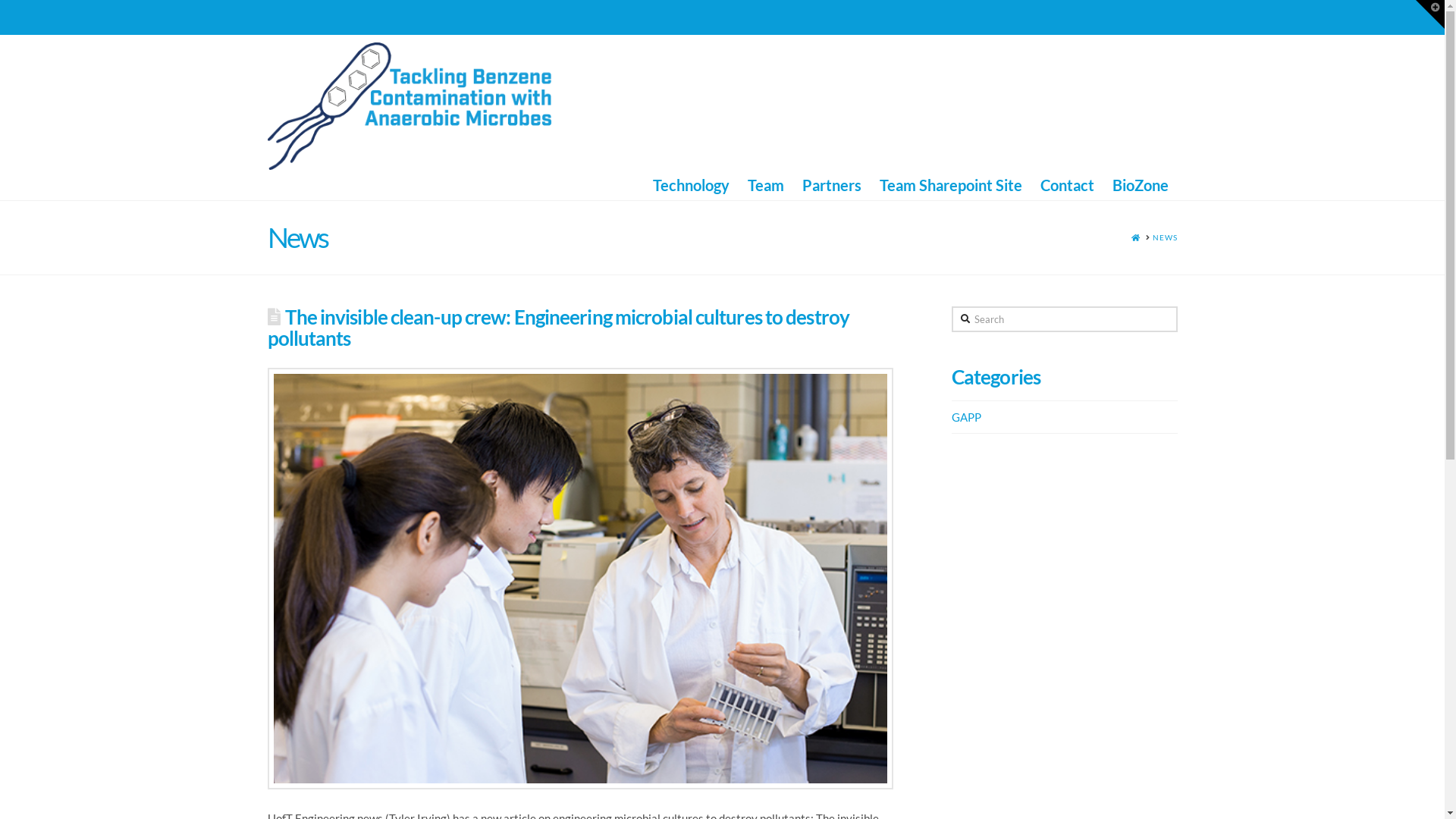 This screenshot has height=819, width=1456. I want to click on 'Partners', so click(831, 184).